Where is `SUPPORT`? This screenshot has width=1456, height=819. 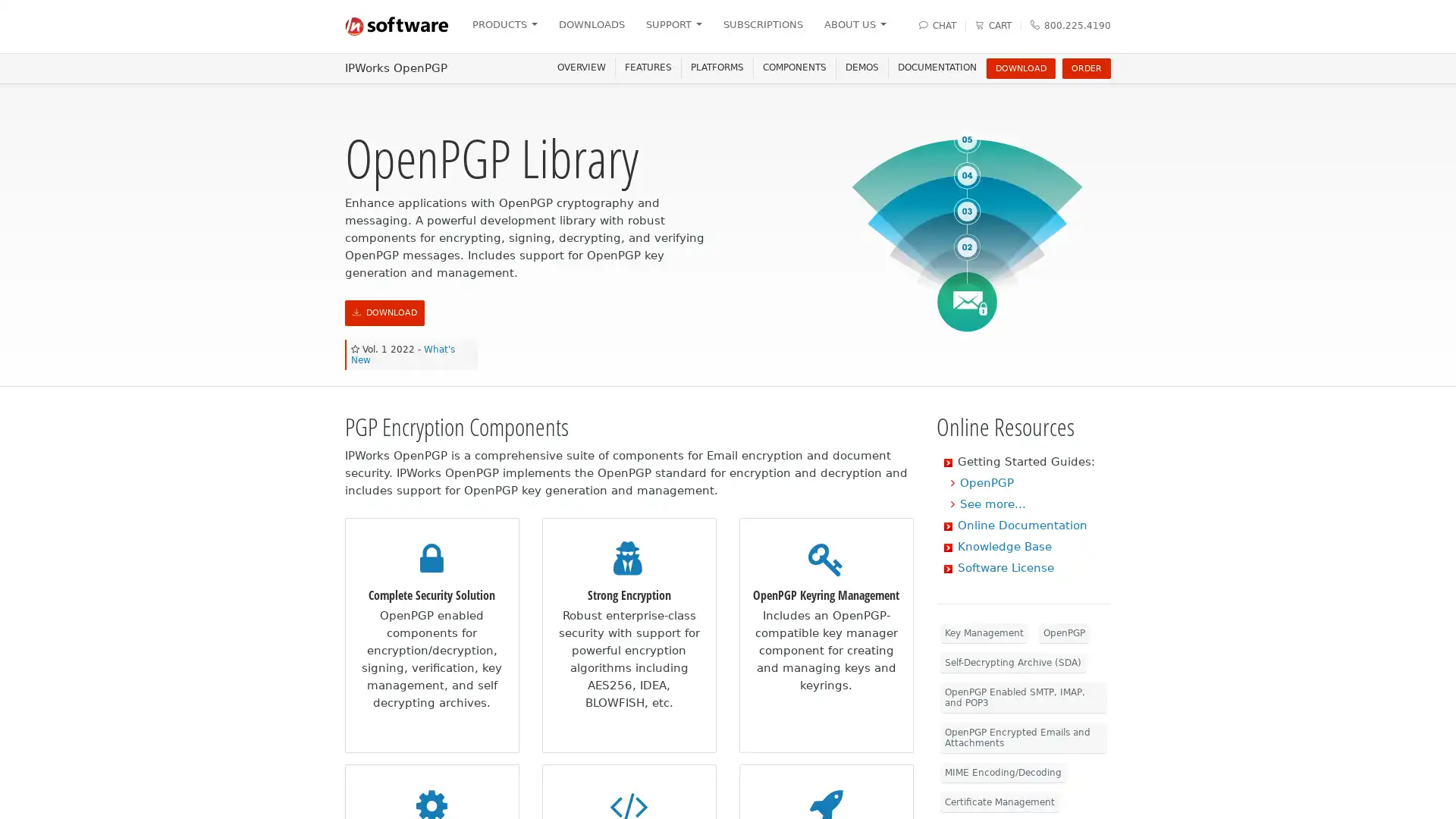
SUPPORT is located at coordinates (673, 24).